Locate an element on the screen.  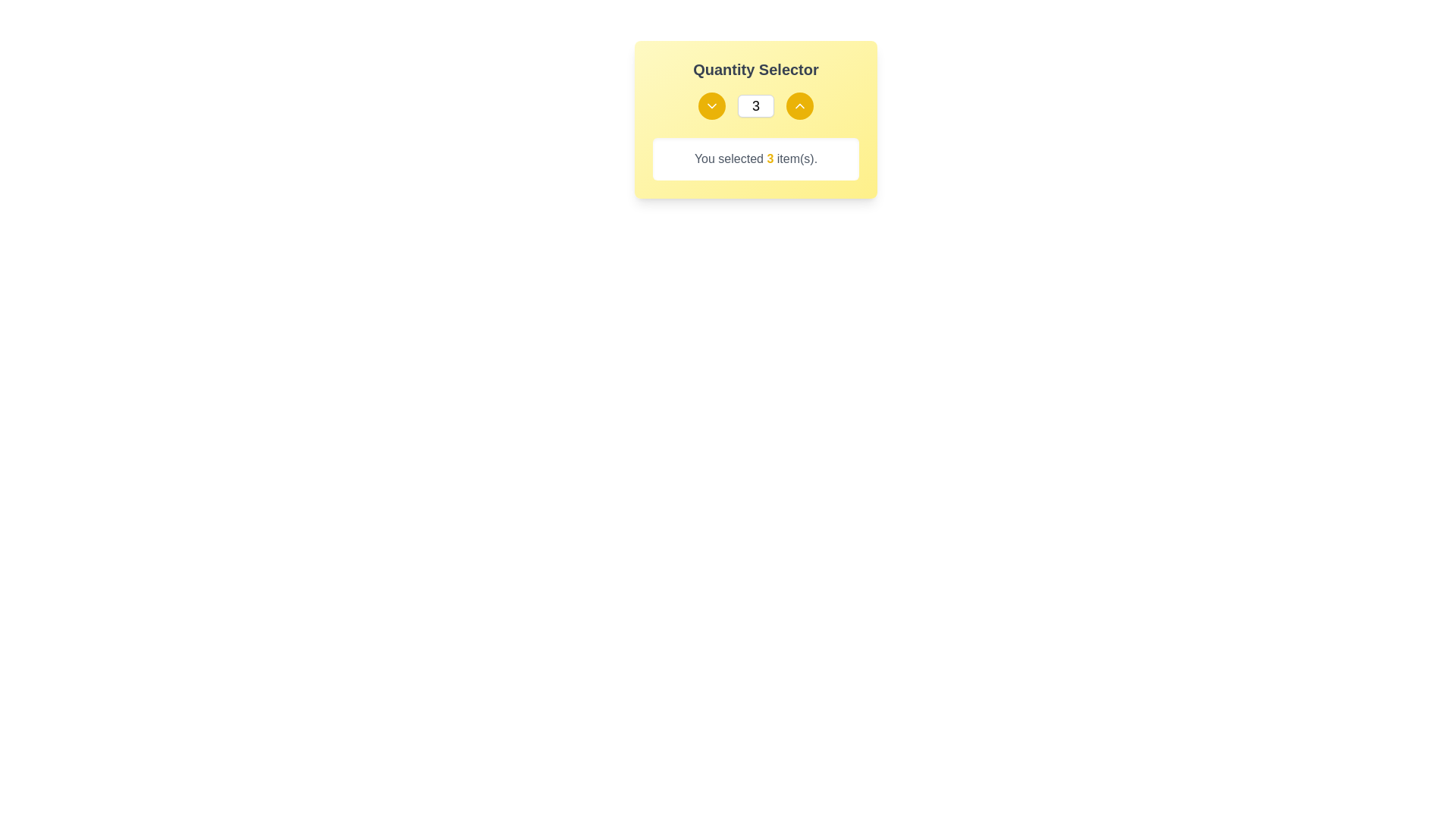
the Static text indicator that displays the current selection quantity, located at the bottom of the yellow gradient box titled 'Quantity Selector' is located at coordinates (756, 158).